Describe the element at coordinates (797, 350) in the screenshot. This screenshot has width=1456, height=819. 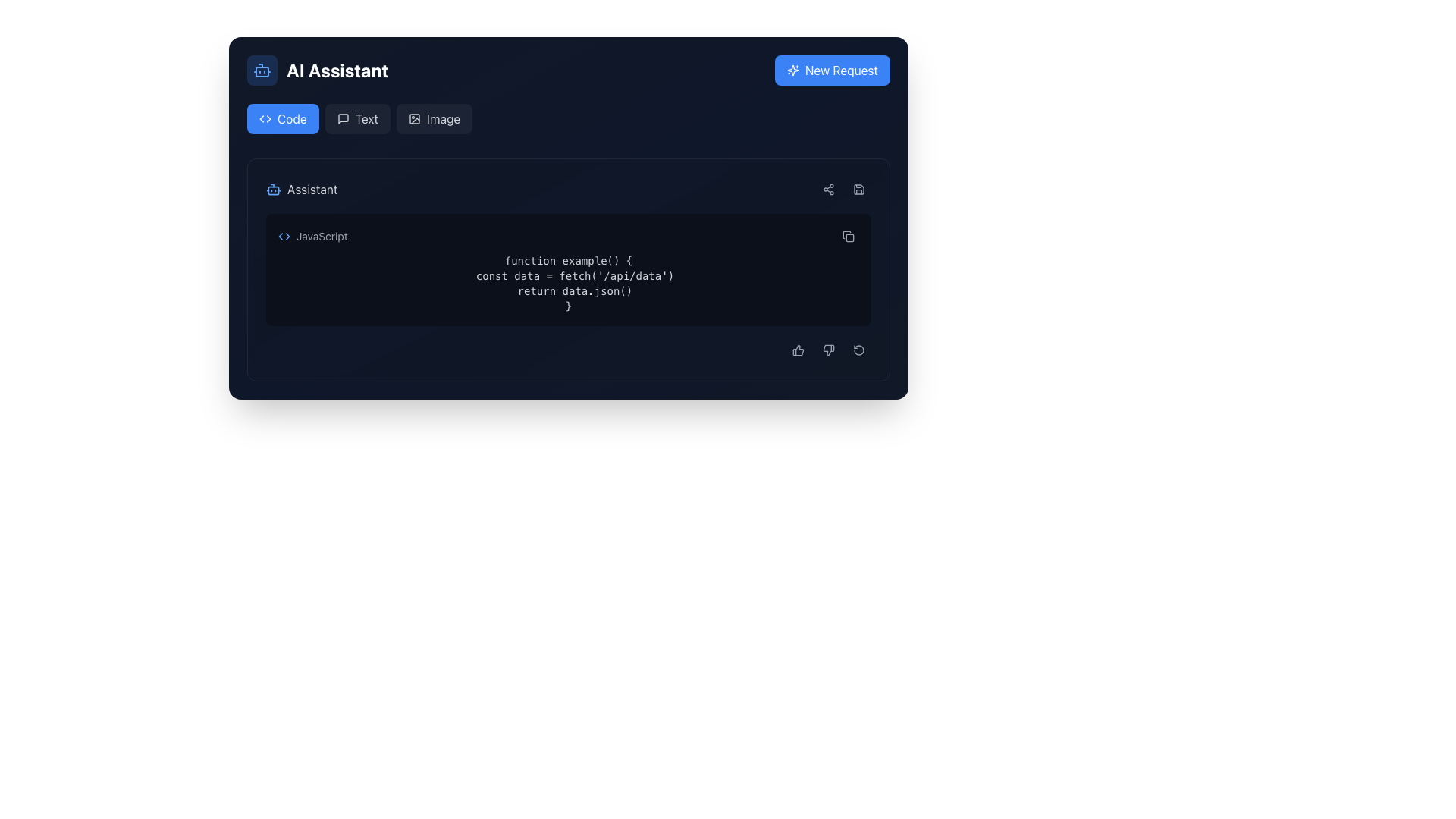
I see `the thumbs-up icon, which is a small muted gray icon indicating approval, located in the middle-right of the interface` at that location.